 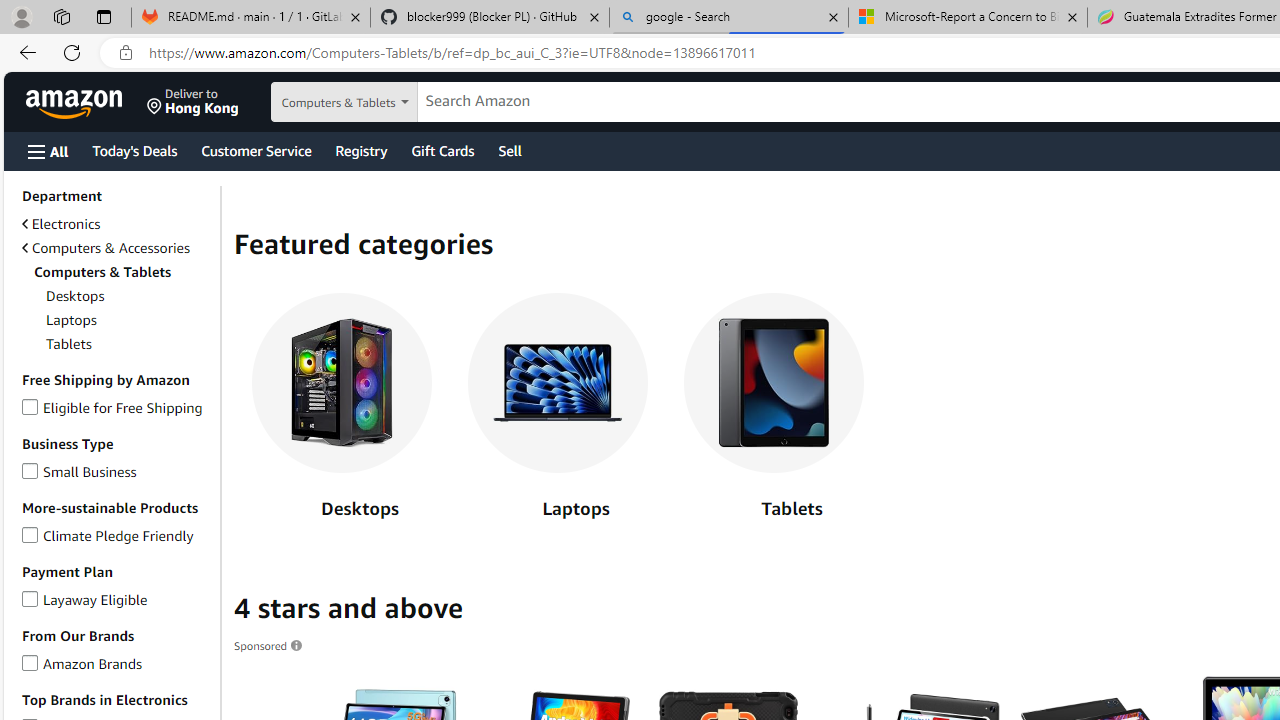 What do you see at coordinates (342, 383) in the screenshot?
I see `'Desktops'` at bounding box center [342, 383].